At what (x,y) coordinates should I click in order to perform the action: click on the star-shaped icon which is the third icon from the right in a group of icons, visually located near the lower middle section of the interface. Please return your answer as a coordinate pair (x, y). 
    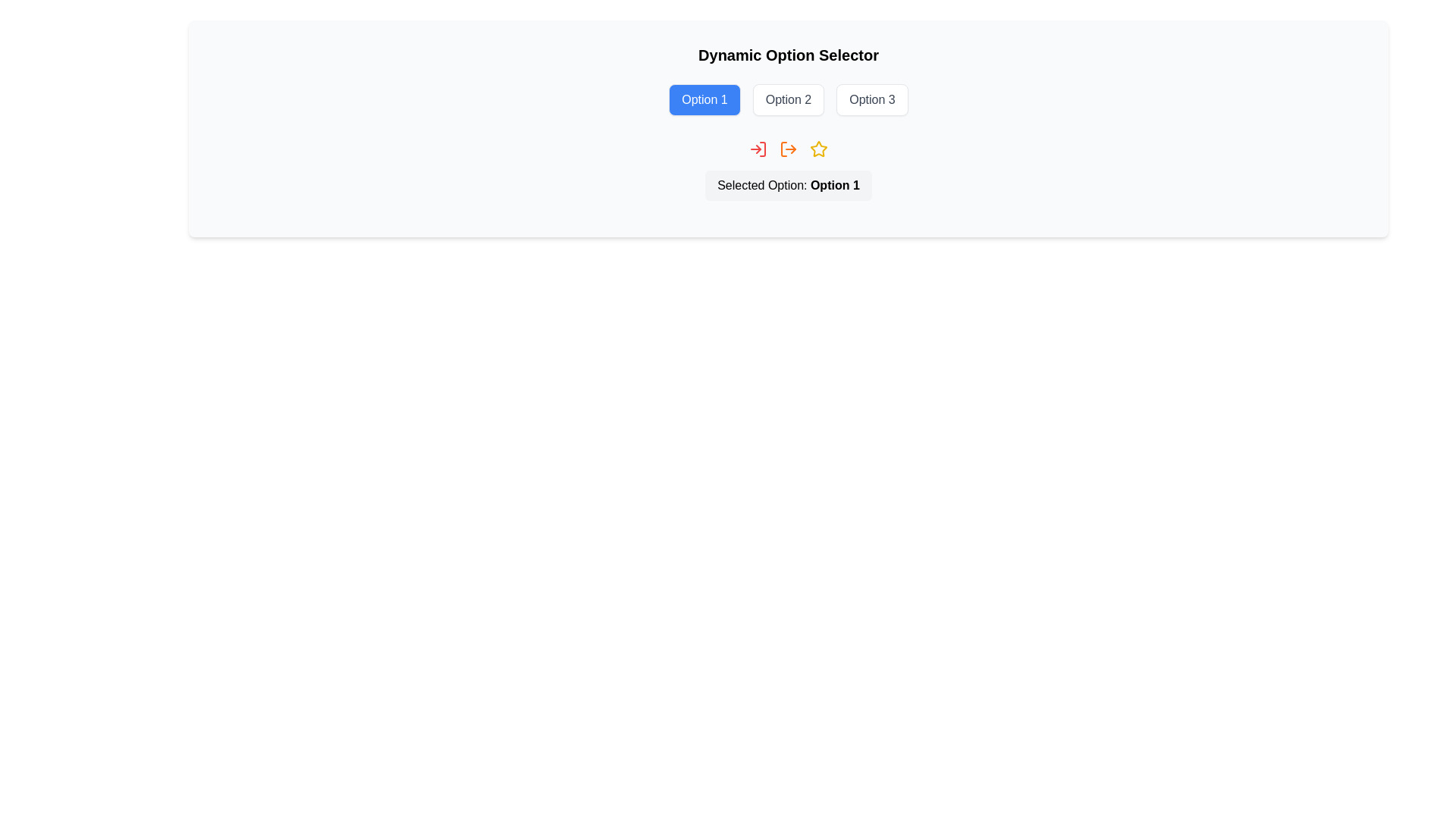
    Looking at the image, I should click on (818, 149).